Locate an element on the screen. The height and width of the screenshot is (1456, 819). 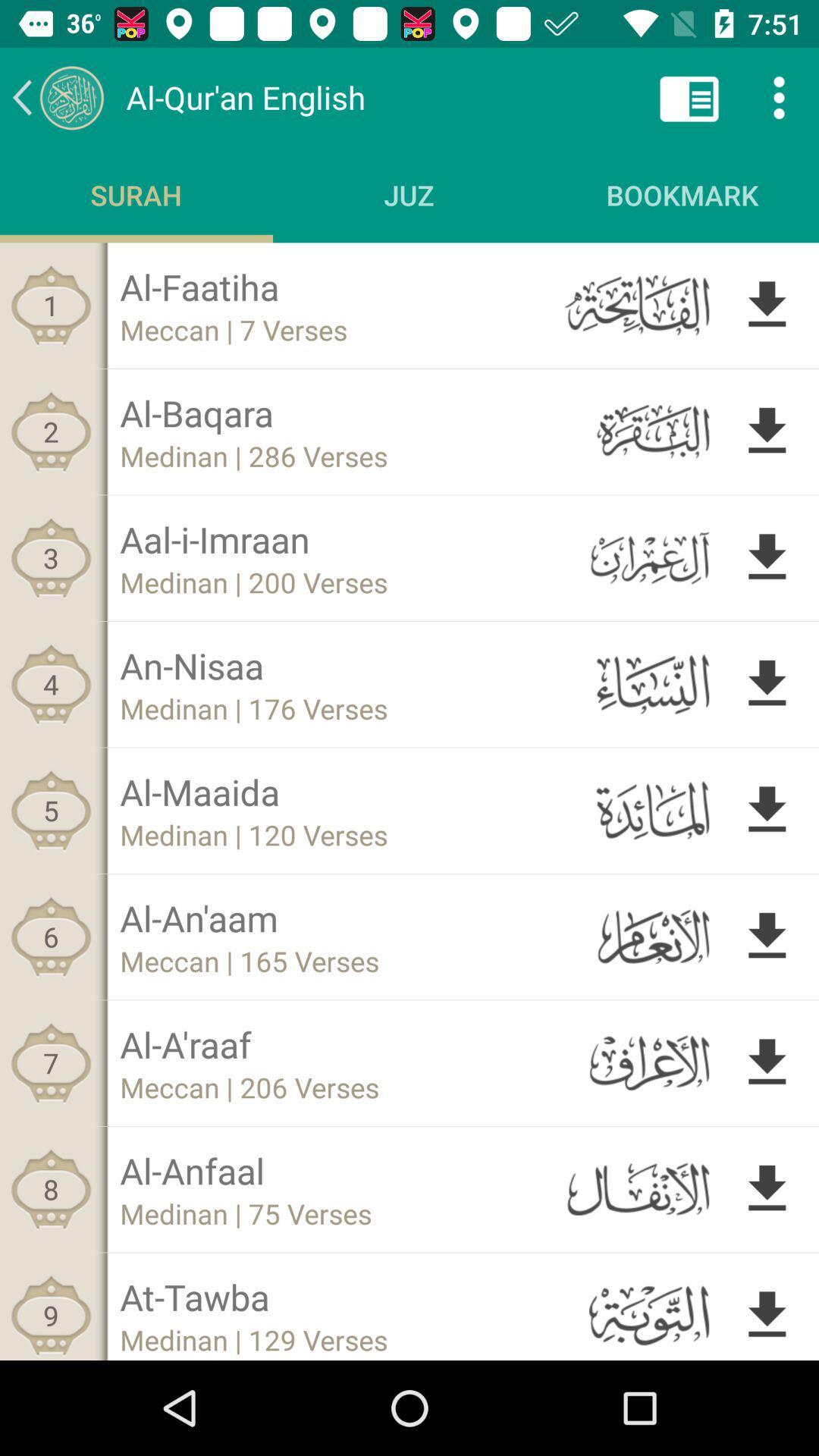
download is located at coordinates (767, 1062).